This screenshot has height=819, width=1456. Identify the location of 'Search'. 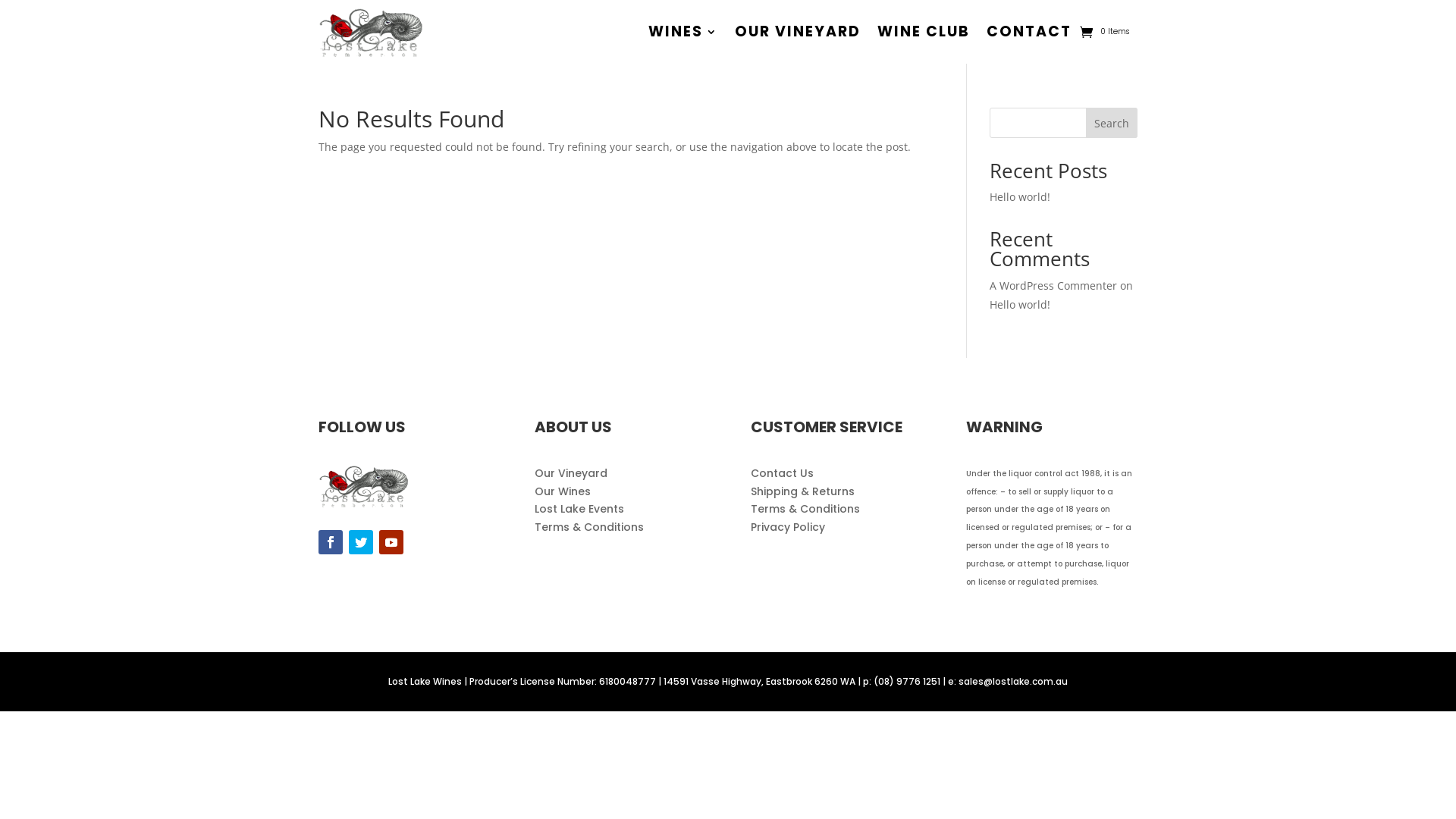
(1111, 122).